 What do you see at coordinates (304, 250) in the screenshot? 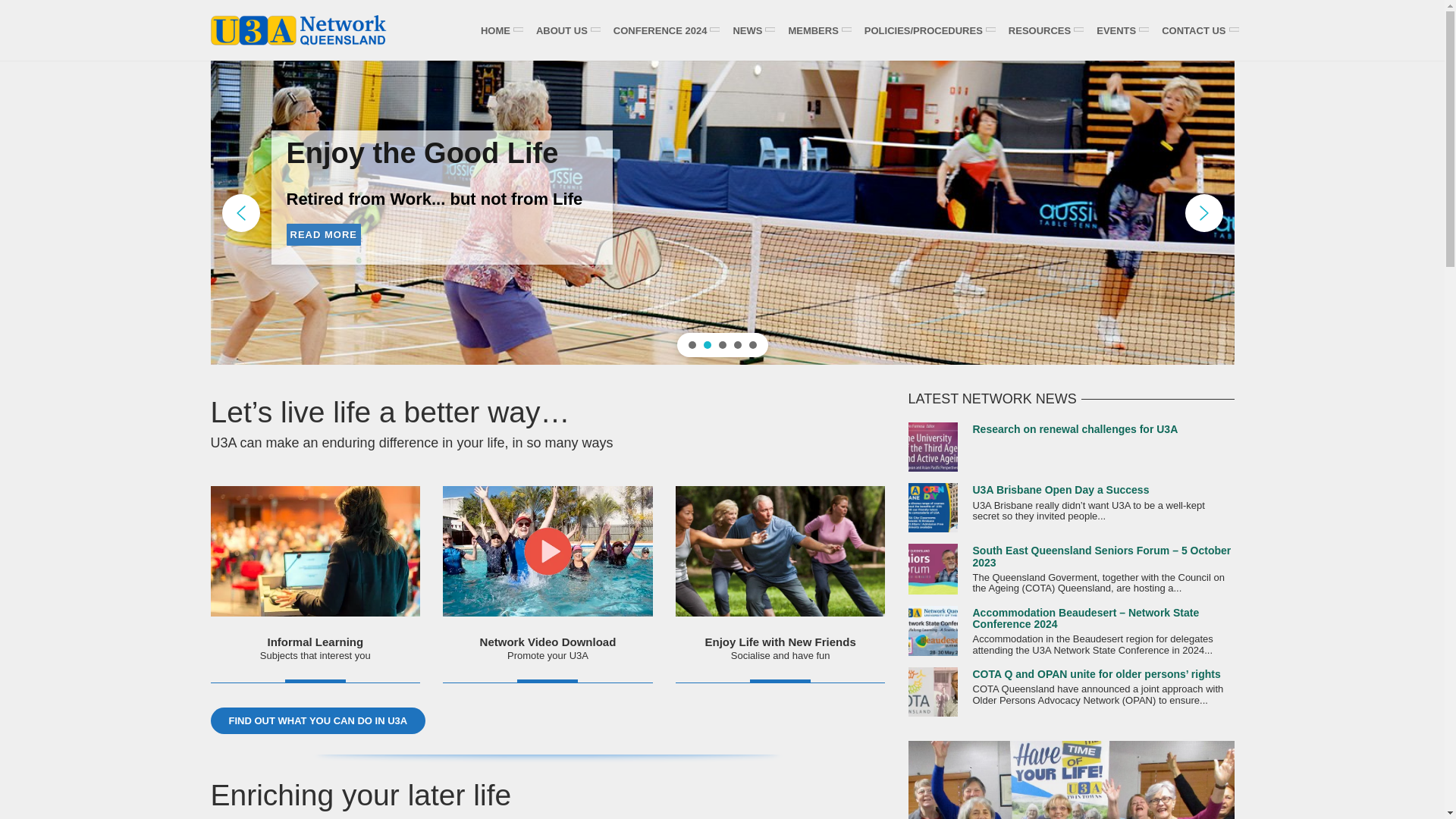
I see `'READ MORE'` at bounding box center [304, 250].